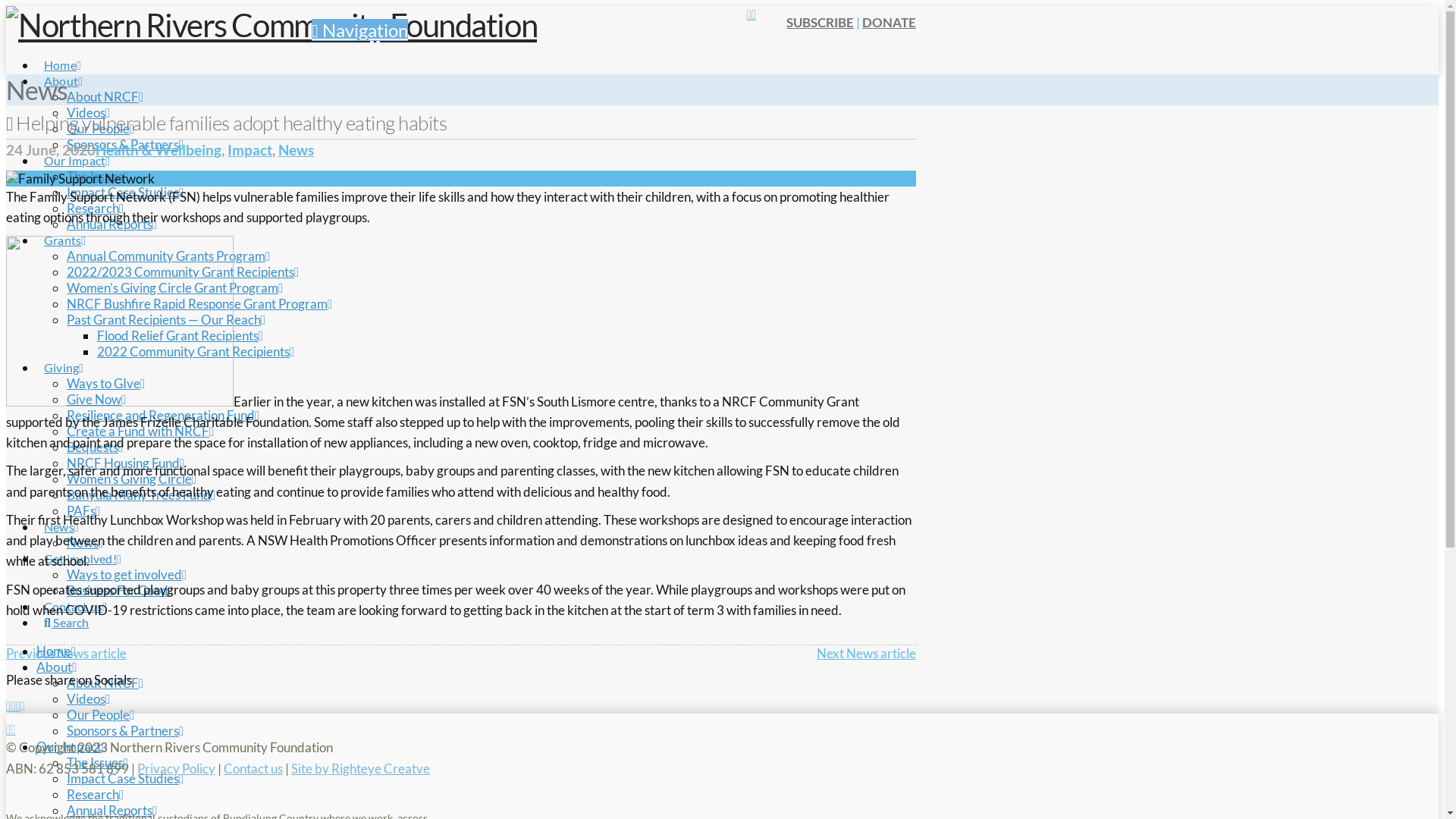 Image resolution: width=1456 pixels, height=819 pixels. I want to click on 'Banyula Many Trees Fund', so click(141, 494).